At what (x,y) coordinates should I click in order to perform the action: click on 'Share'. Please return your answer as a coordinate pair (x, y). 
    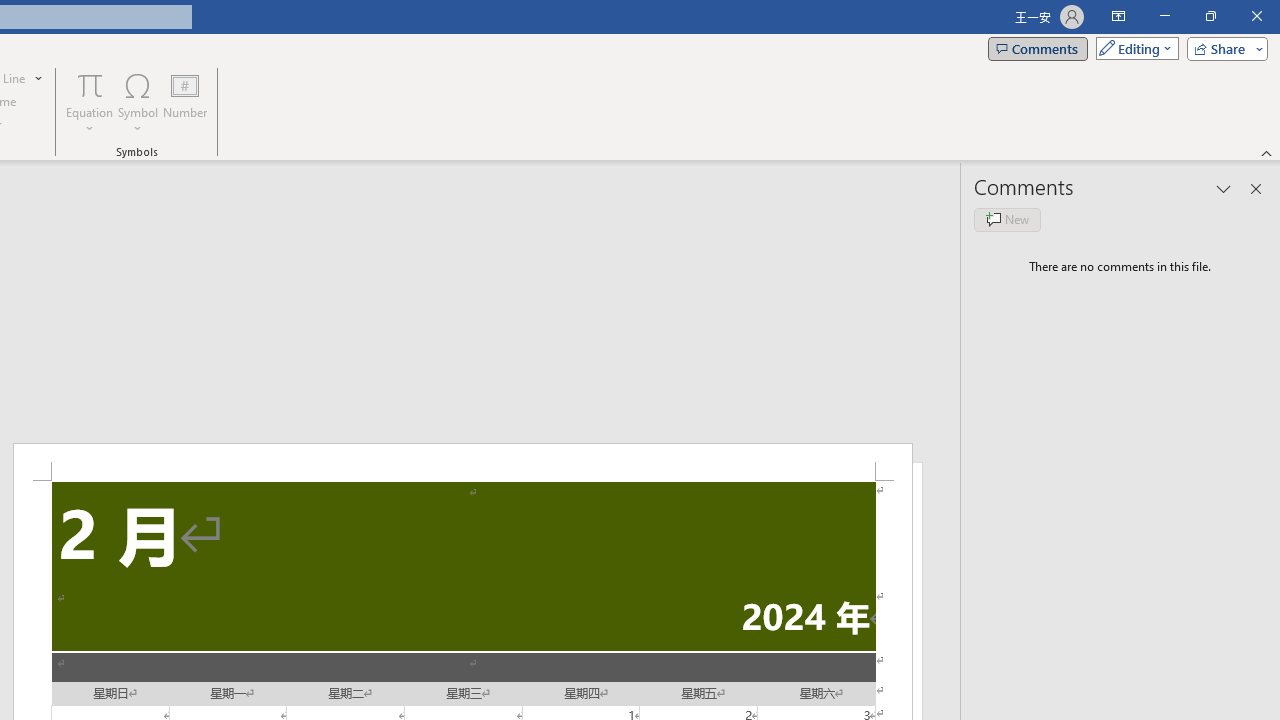
    Looking at the image, I should click on (1222, 47).